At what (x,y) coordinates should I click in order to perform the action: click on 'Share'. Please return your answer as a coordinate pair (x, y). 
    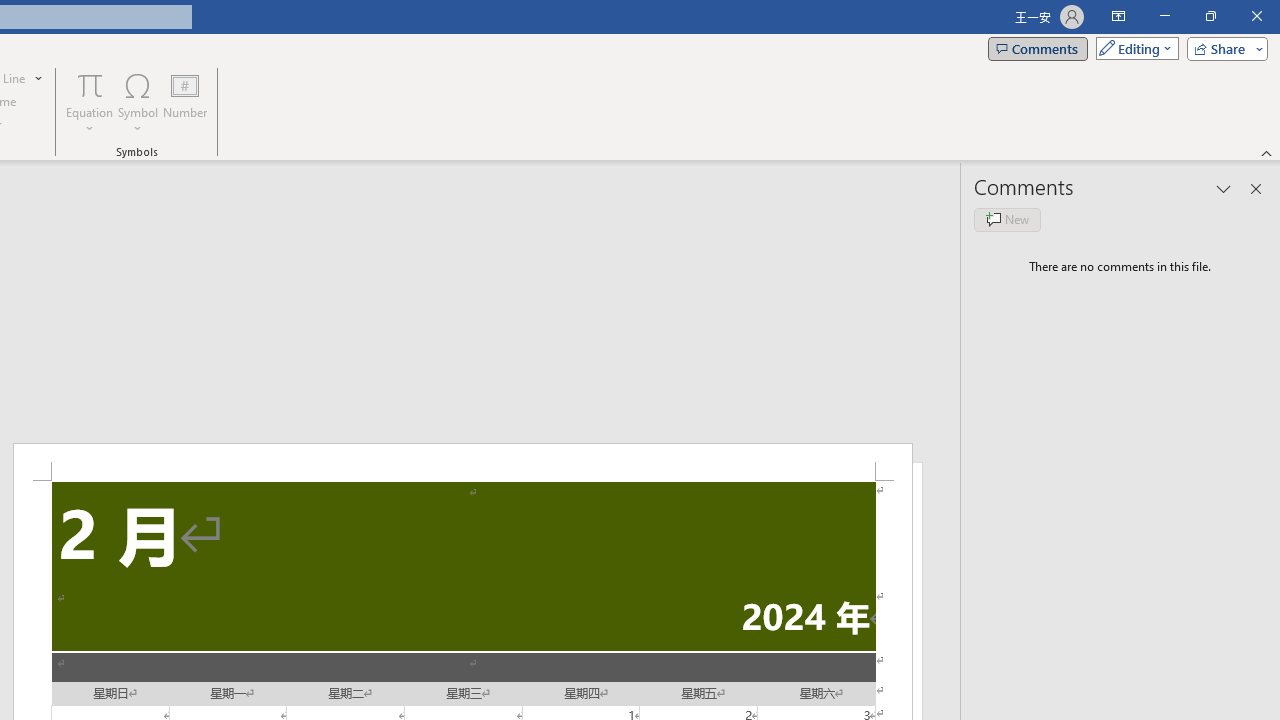
    Looking at the image, I should click on (1222, 47).